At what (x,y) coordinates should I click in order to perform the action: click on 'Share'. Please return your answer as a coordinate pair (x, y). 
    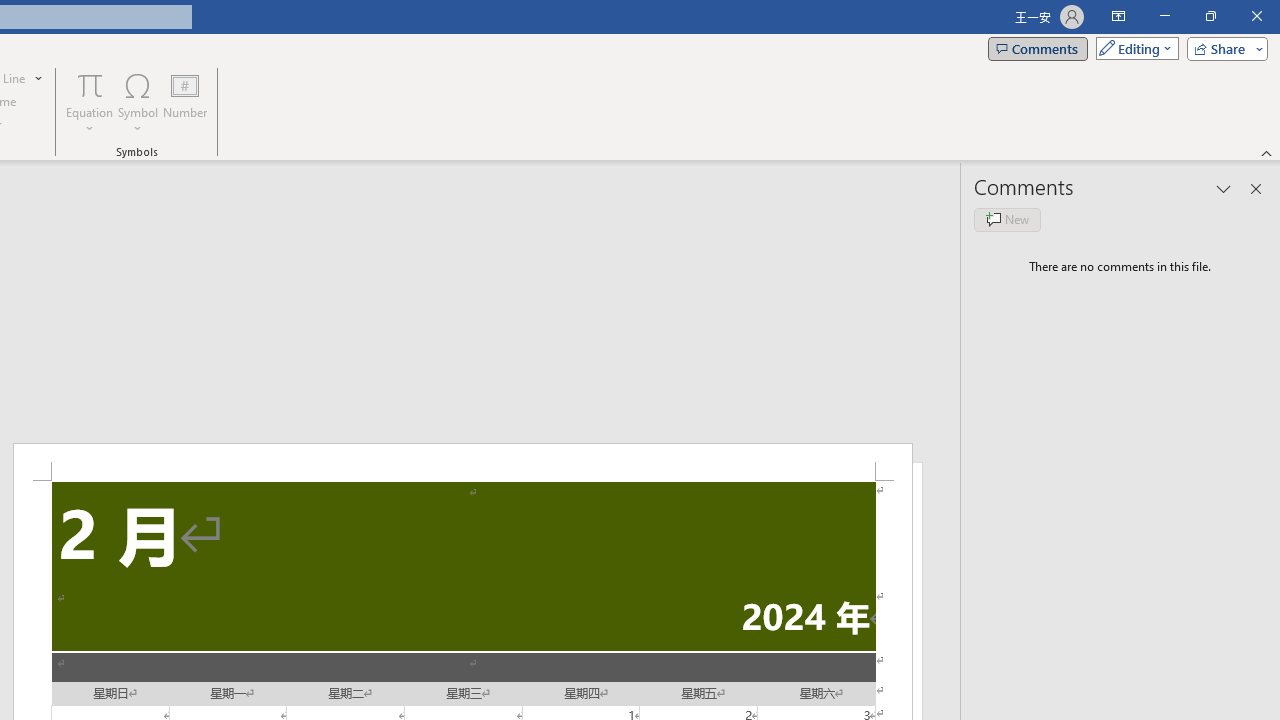
    Looking at the image, I should click on (1222, 47).